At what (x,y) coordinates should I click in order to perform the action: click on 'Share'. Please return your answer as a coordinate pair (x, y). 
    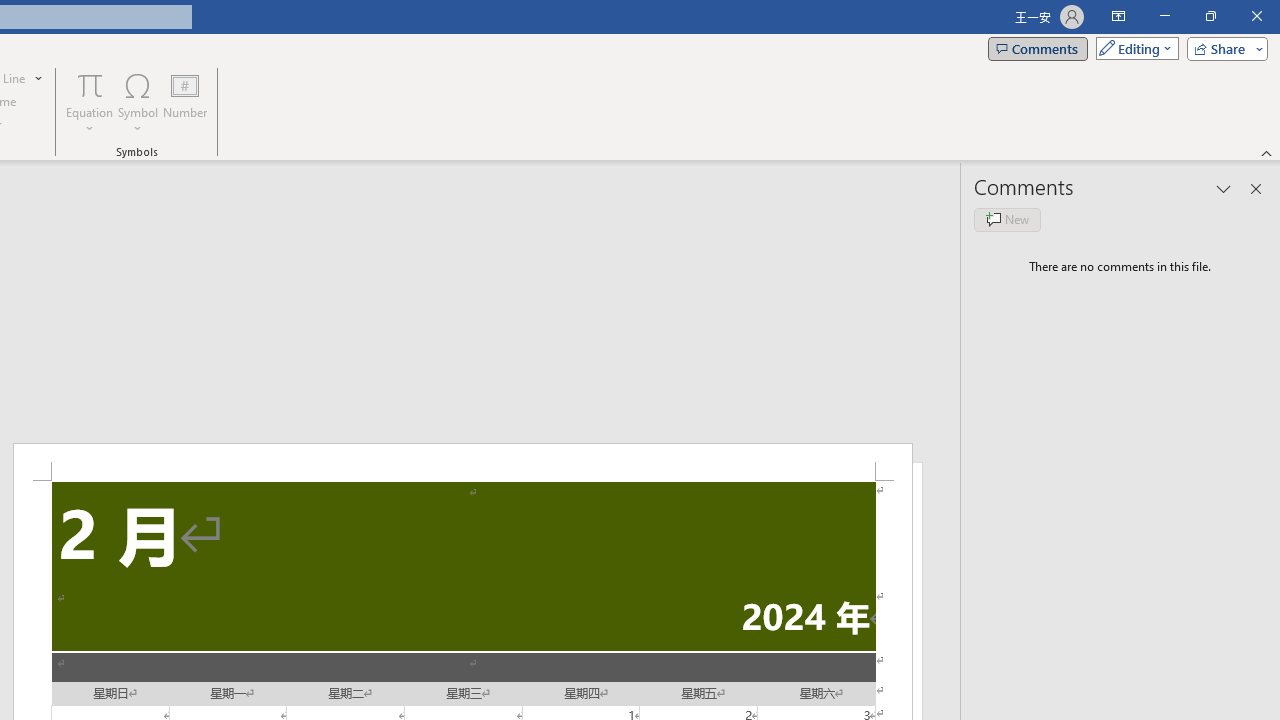
    Looking at the image, I should click on (1222, 47).